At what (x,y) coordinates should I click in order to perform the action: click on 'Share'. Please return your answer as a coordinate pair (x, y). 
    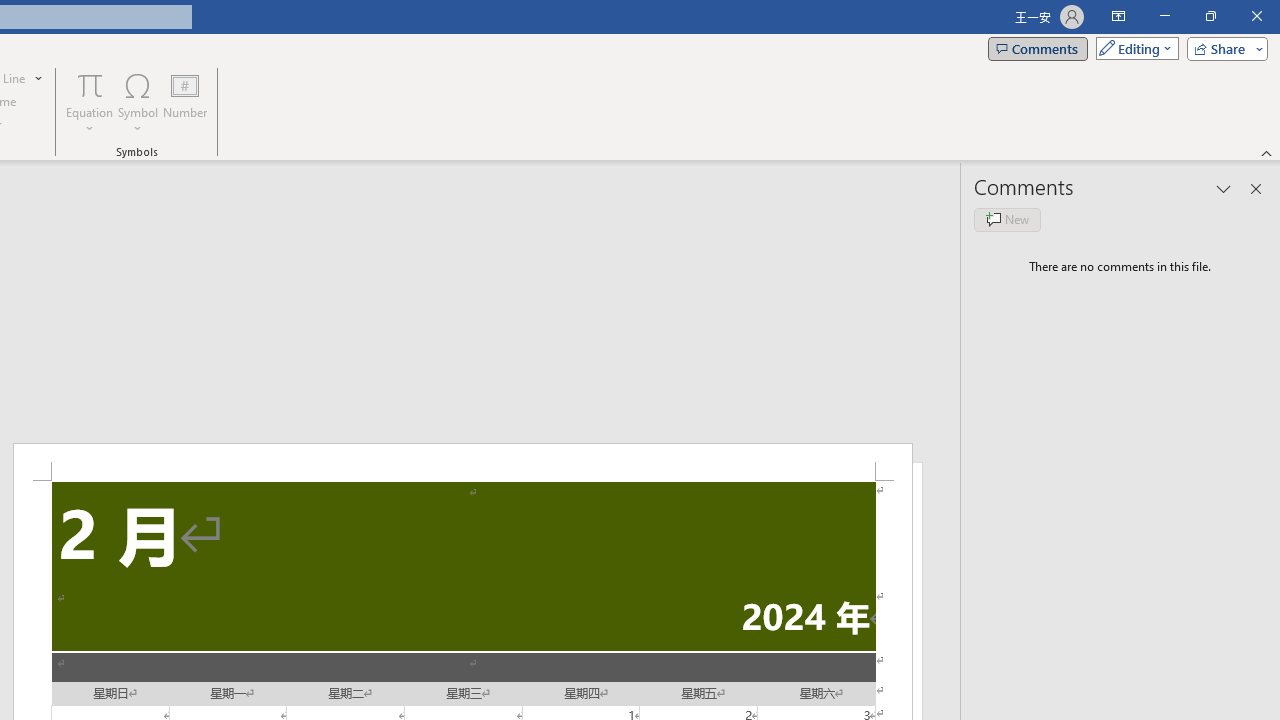
    Looking at the image, I should click on (1222, 47).